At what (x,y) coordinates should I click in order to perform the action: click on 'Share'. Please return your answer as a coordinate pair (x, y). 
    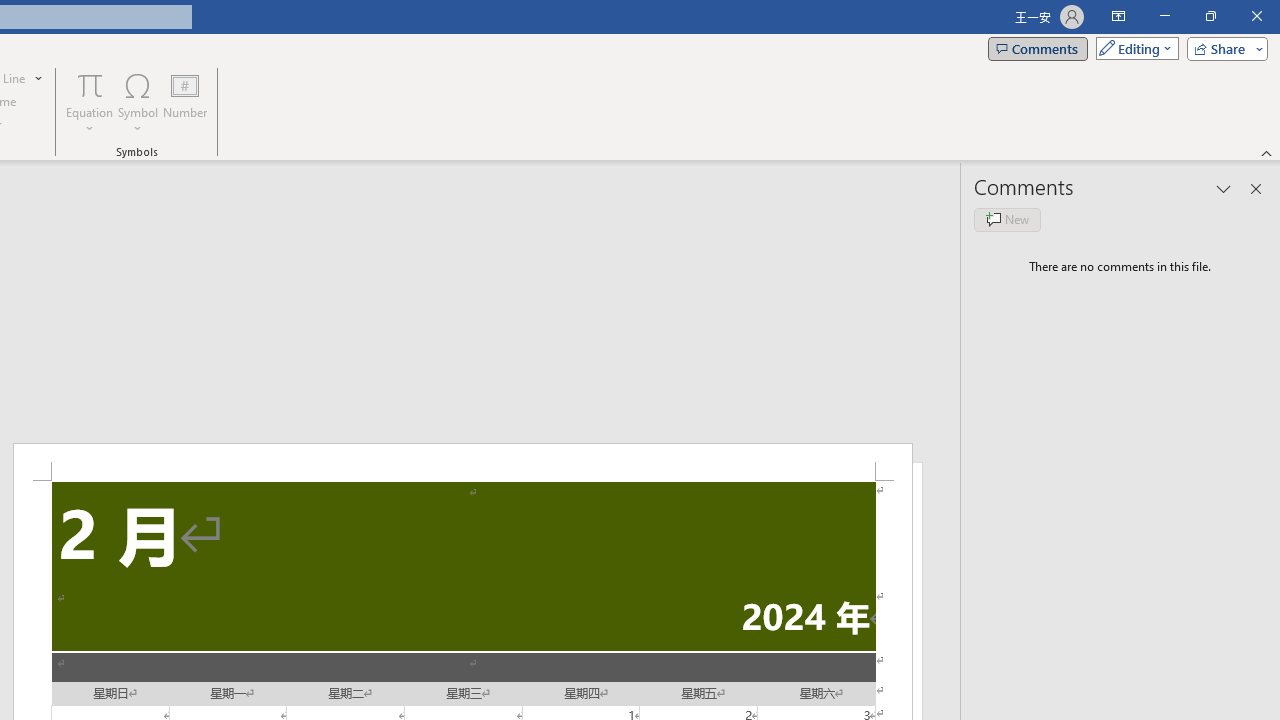
    Looking at the image, I should click on (1222, 47).